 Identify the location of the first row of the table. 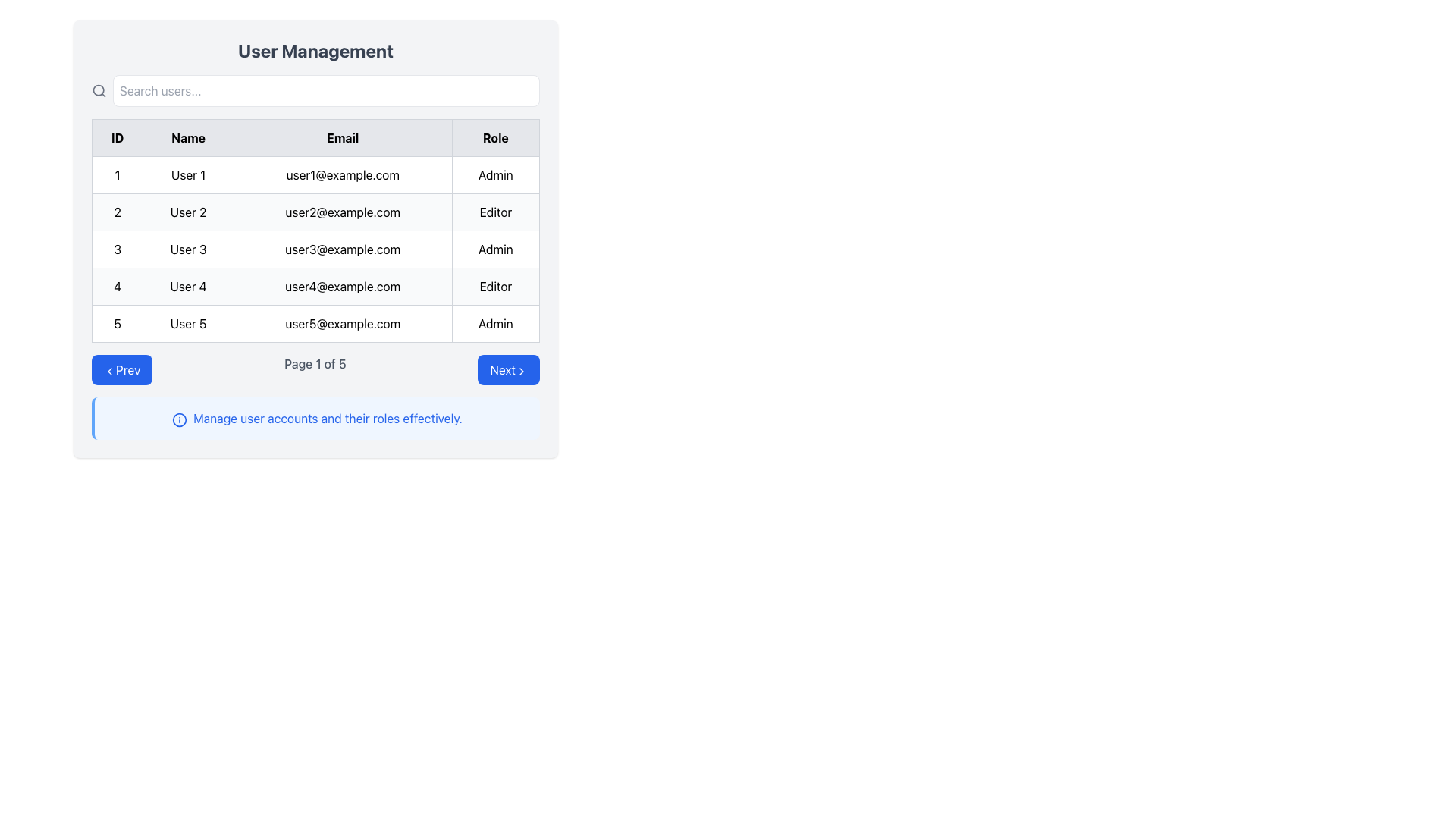
(315, 174).